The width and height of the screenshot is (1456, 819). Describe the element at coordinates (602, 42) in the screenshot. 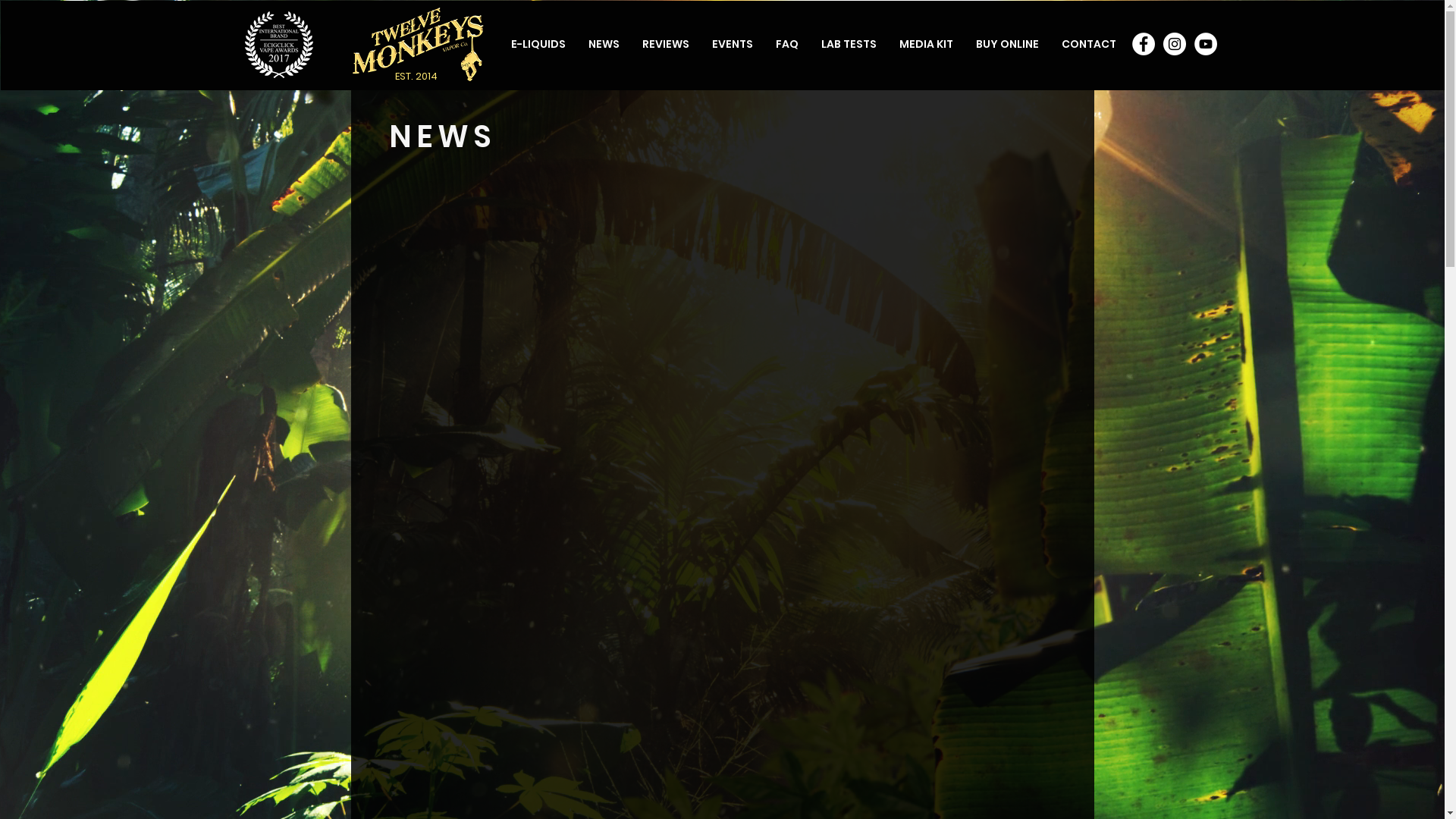

I see `'NEWS'` at that location.